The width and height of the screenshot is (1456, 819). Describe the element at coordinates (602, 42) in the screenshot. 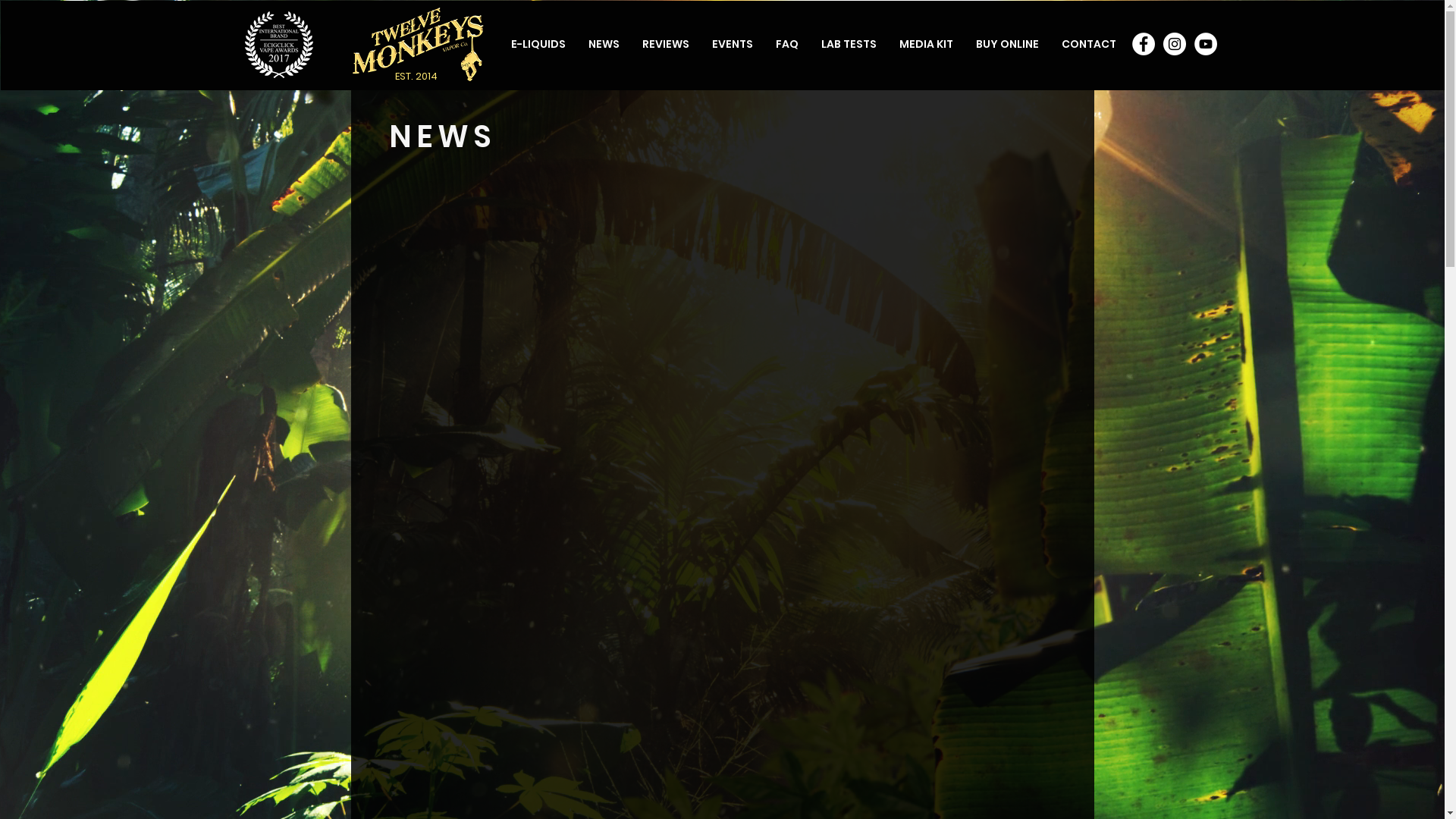

I see `'NEWS'` at that location.